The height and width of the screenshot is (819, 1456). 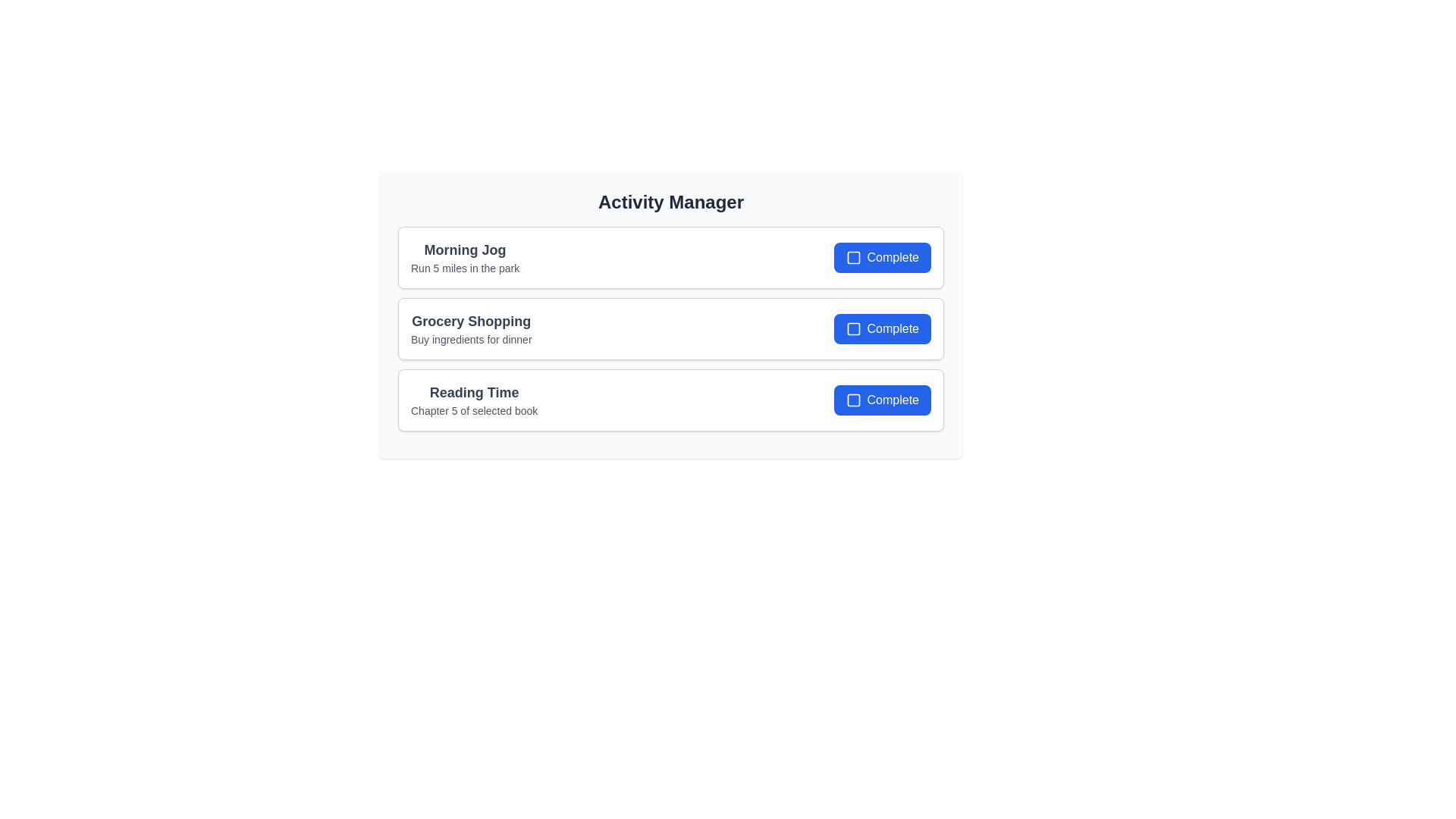 What do you see at coordinates (853, 328) in the screenshot?
I see `the checkbox located in the middle-left area of the 'Complete' button associated with the 'Grocery Shopping' list item` at bounding box center [853, 328].